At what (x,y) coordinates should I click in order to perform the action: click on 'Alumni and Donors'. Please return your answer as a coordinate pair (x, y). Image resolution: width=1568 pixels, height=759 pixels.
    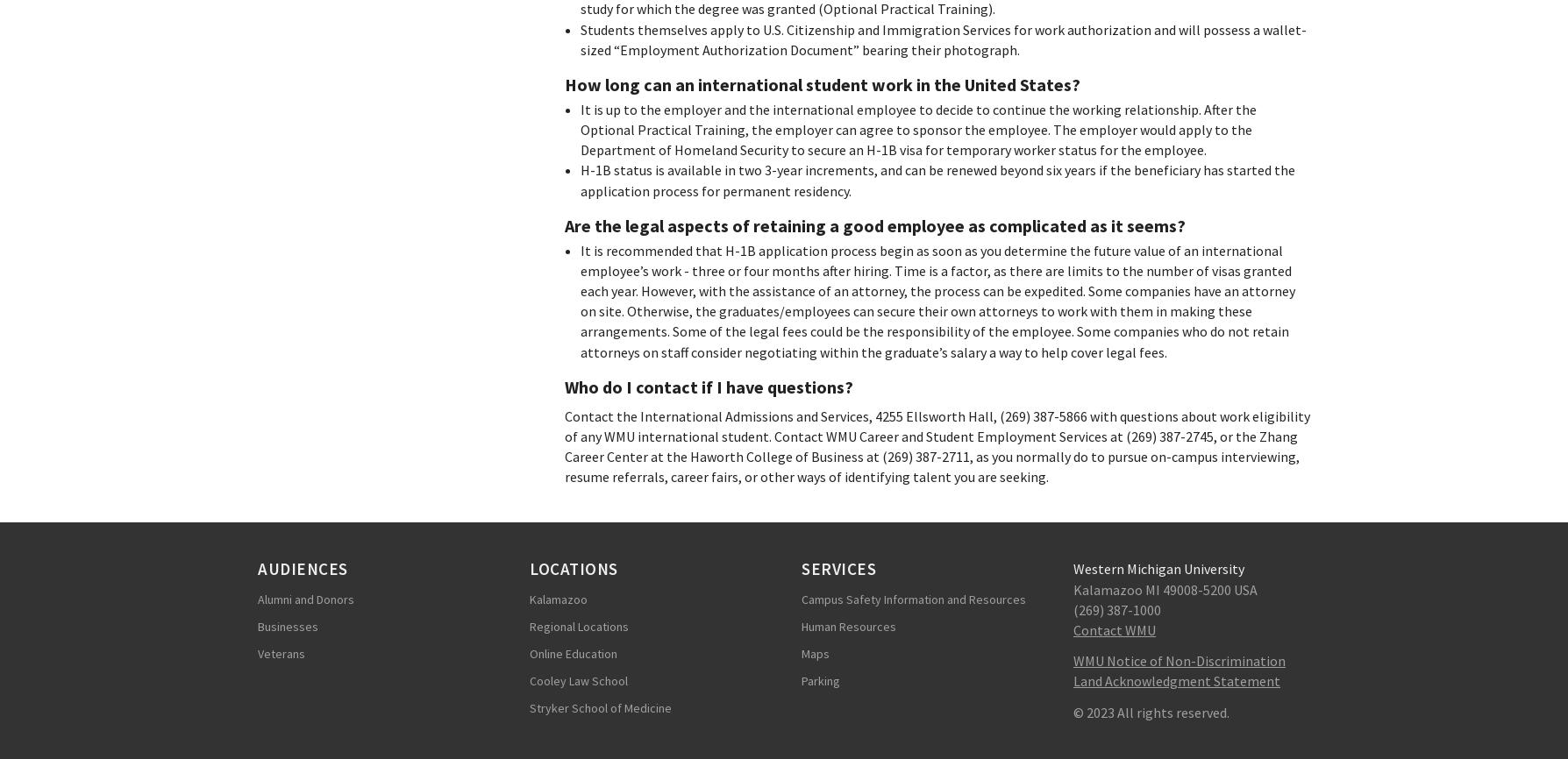
    Looking at the image, I should click on (305, 598).